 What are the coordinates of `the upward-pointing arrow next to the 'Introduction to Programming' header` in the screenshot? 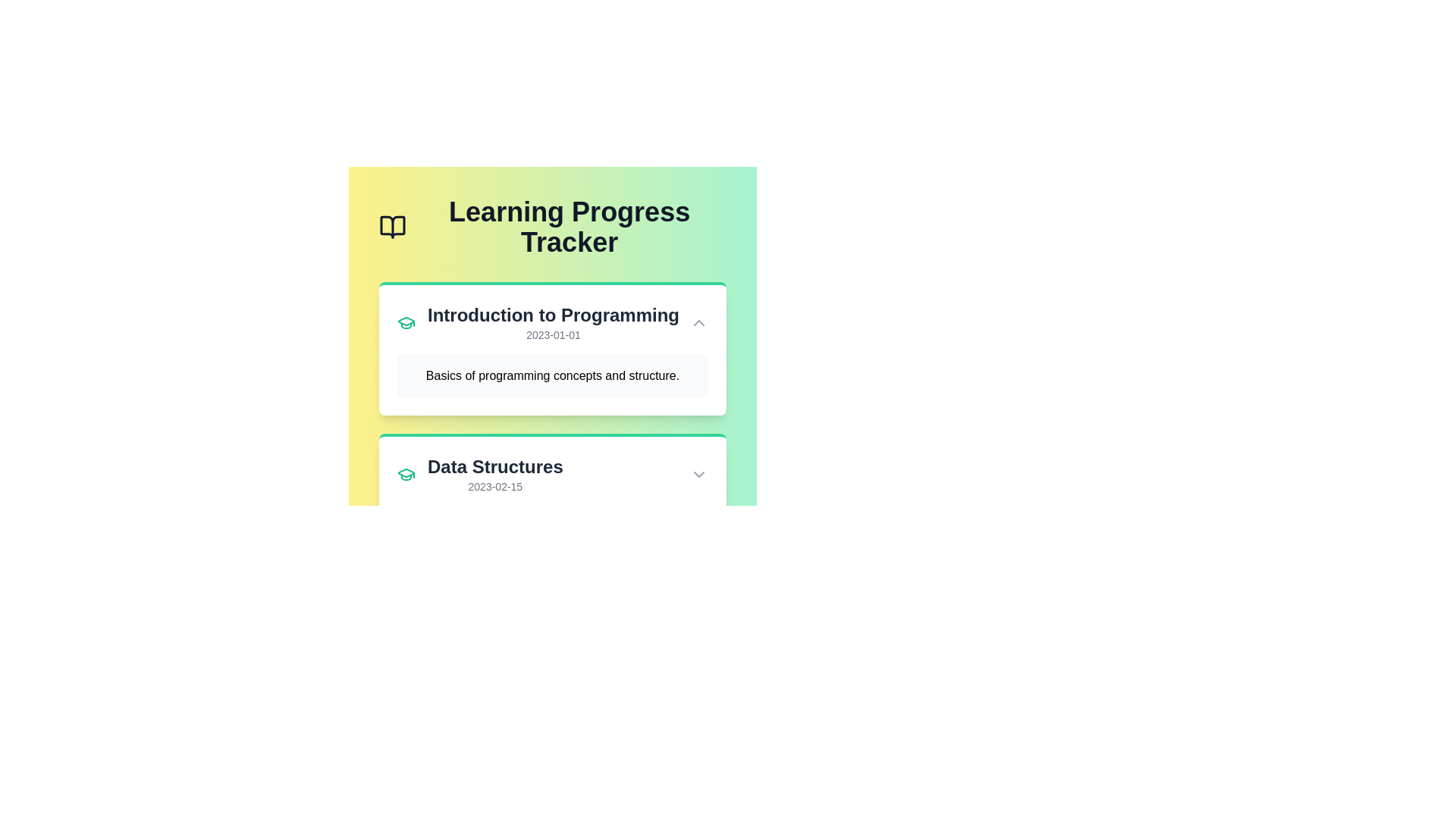 It's located at (552, 322).